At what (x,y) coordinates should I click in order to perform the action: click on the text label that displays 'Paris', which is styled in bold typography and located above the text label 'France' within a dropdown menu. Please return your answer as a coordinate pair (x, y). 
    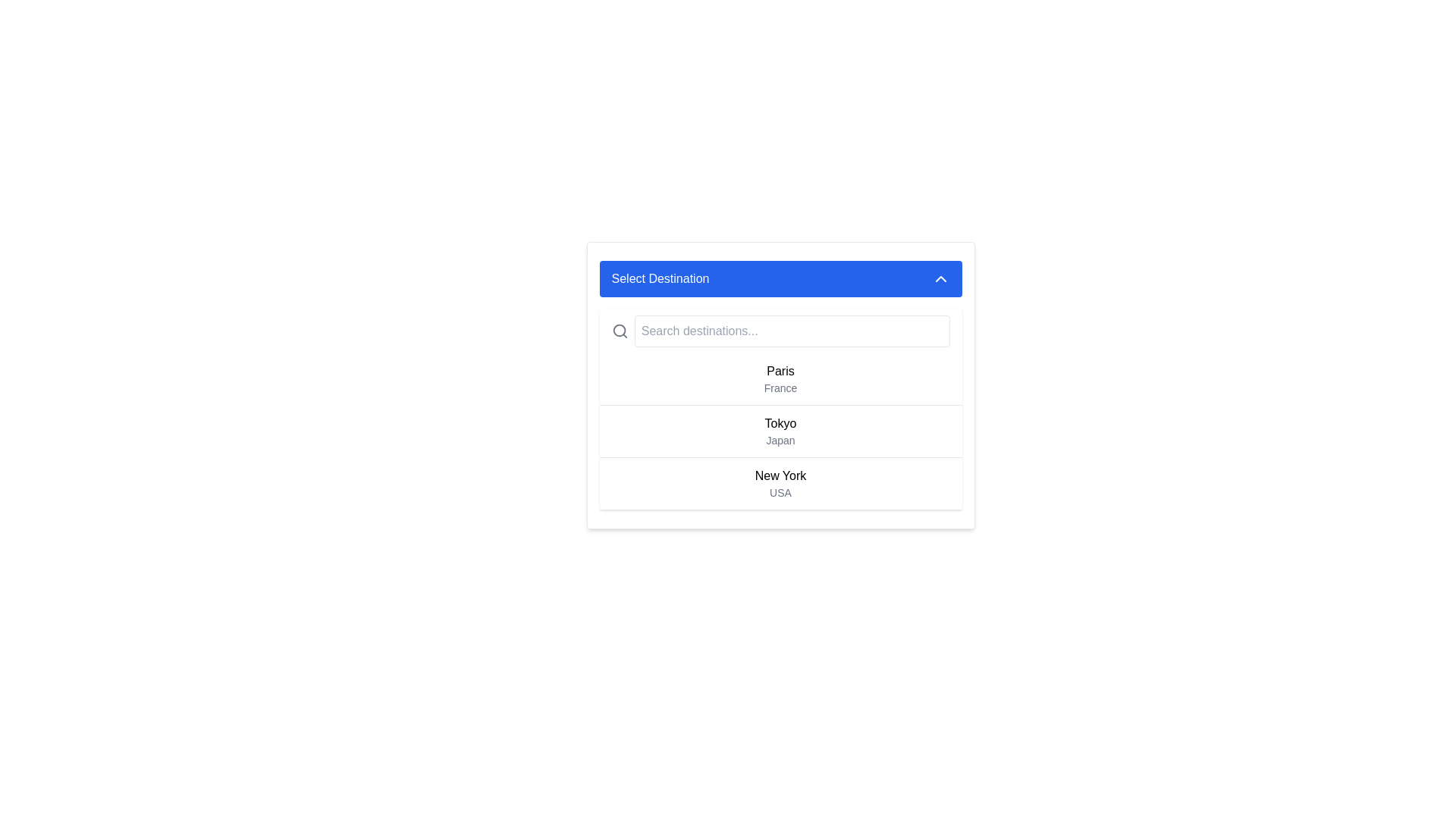
    Looking at the image, I should click on (780, 371).